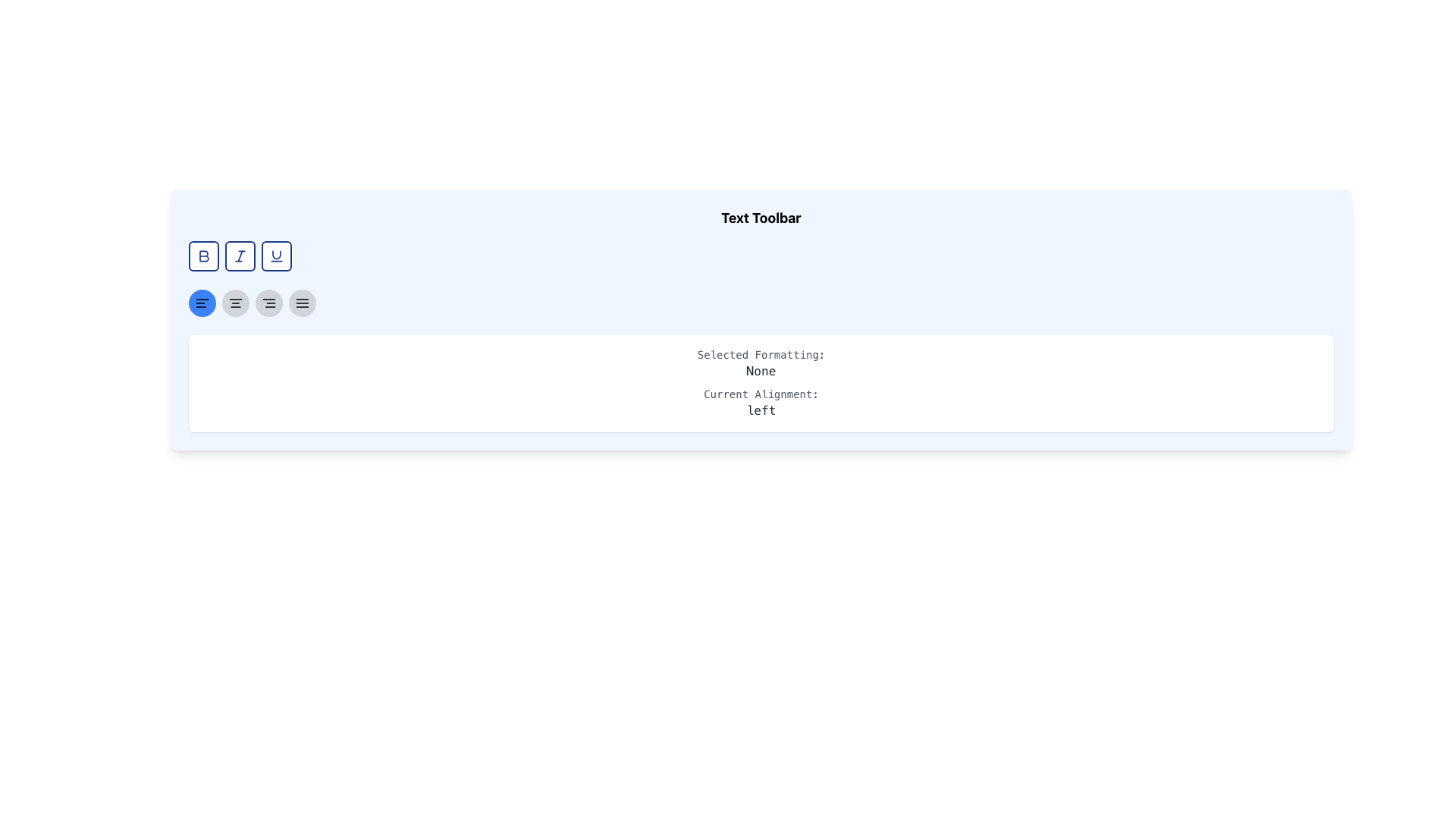  What do you see at coordinates (202, 256) in the screenshot?
I see `the bold text formatting icon button, which is the first icon in a row of formatting tools` at bounding box center [202, 256].